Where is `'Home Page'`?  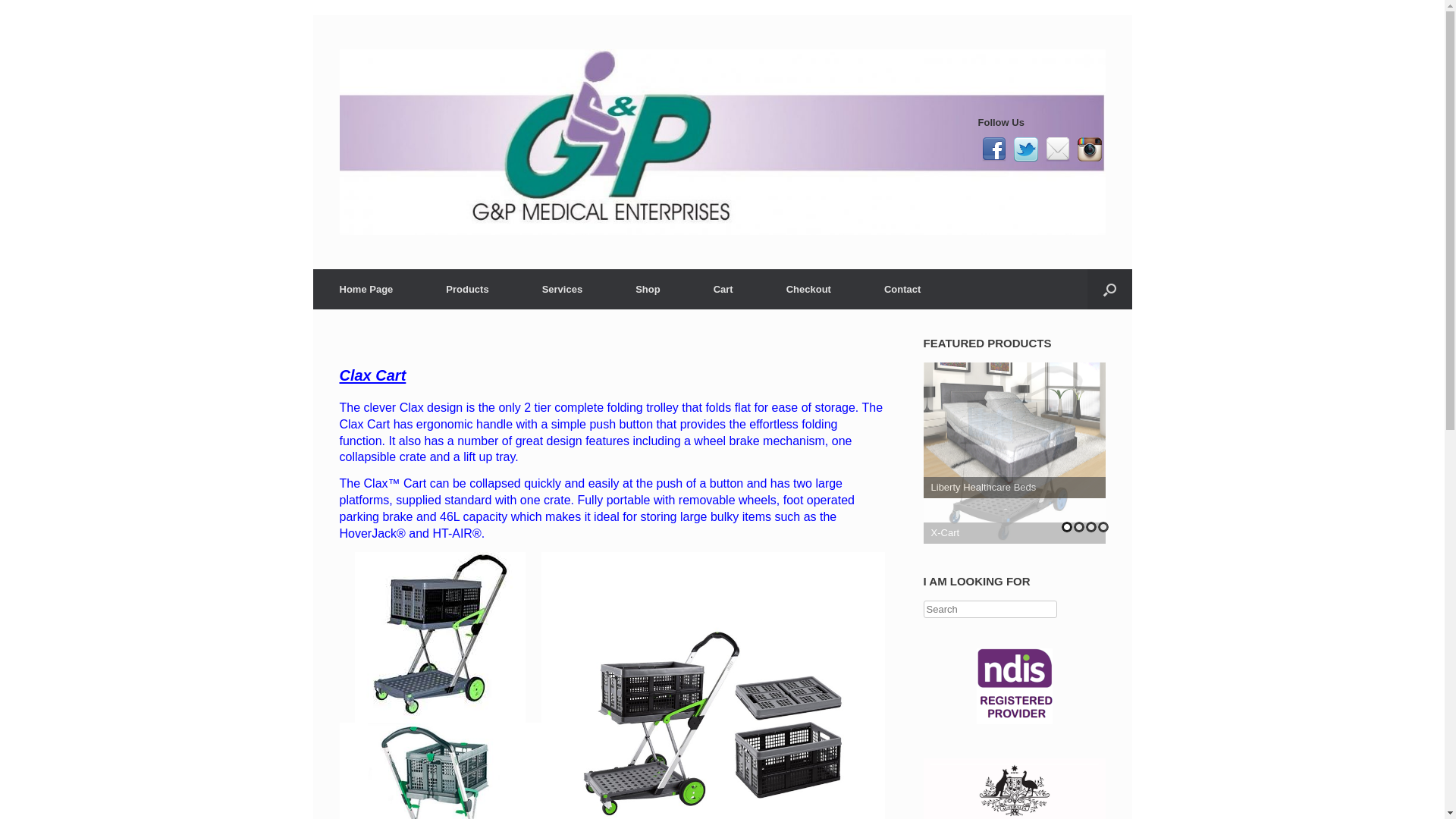 'Home Page' is located at coordinates (312, 289).